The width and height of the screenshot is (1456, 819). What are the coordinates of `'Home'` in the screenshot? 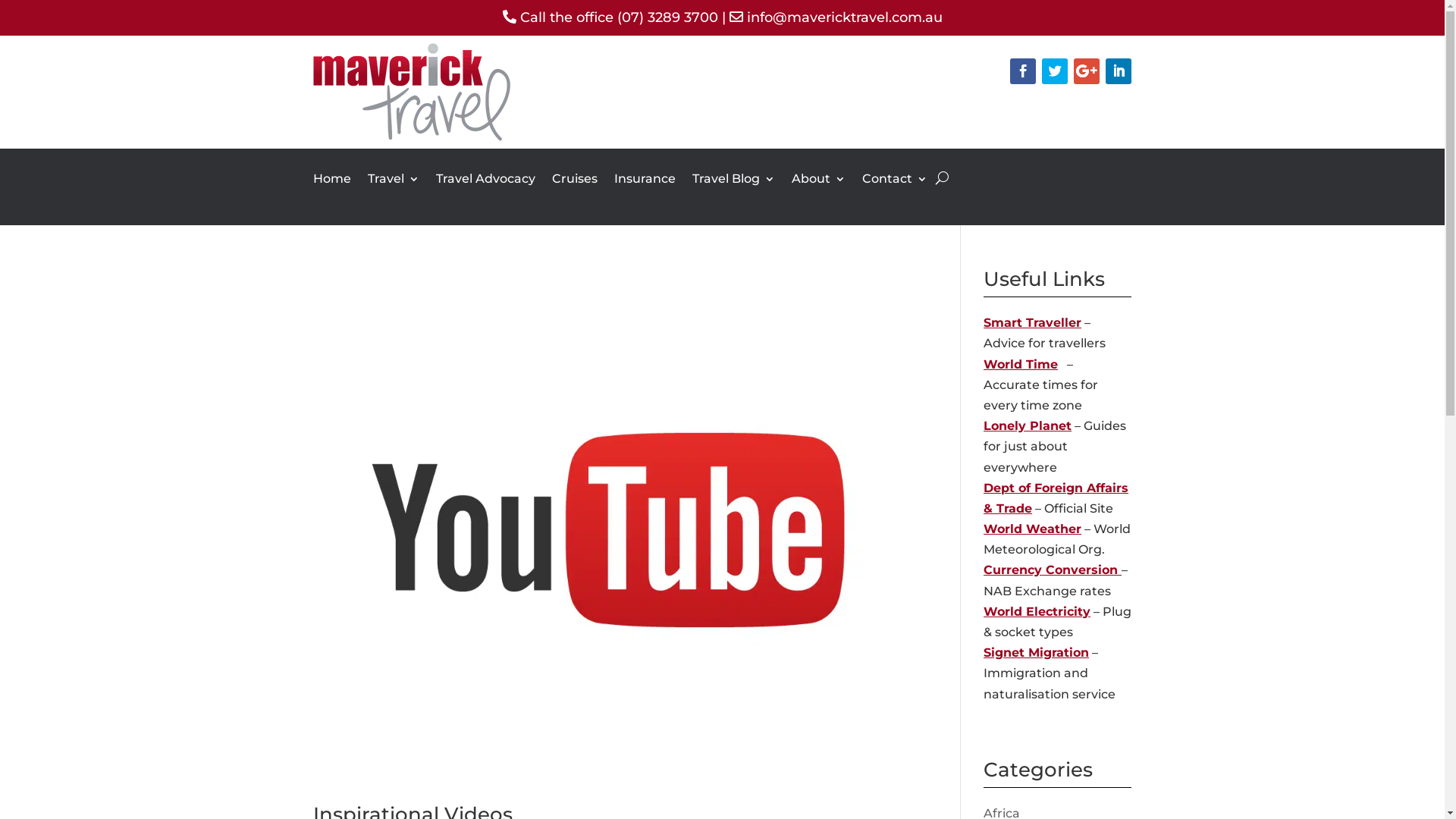 It's located at (330, 189).